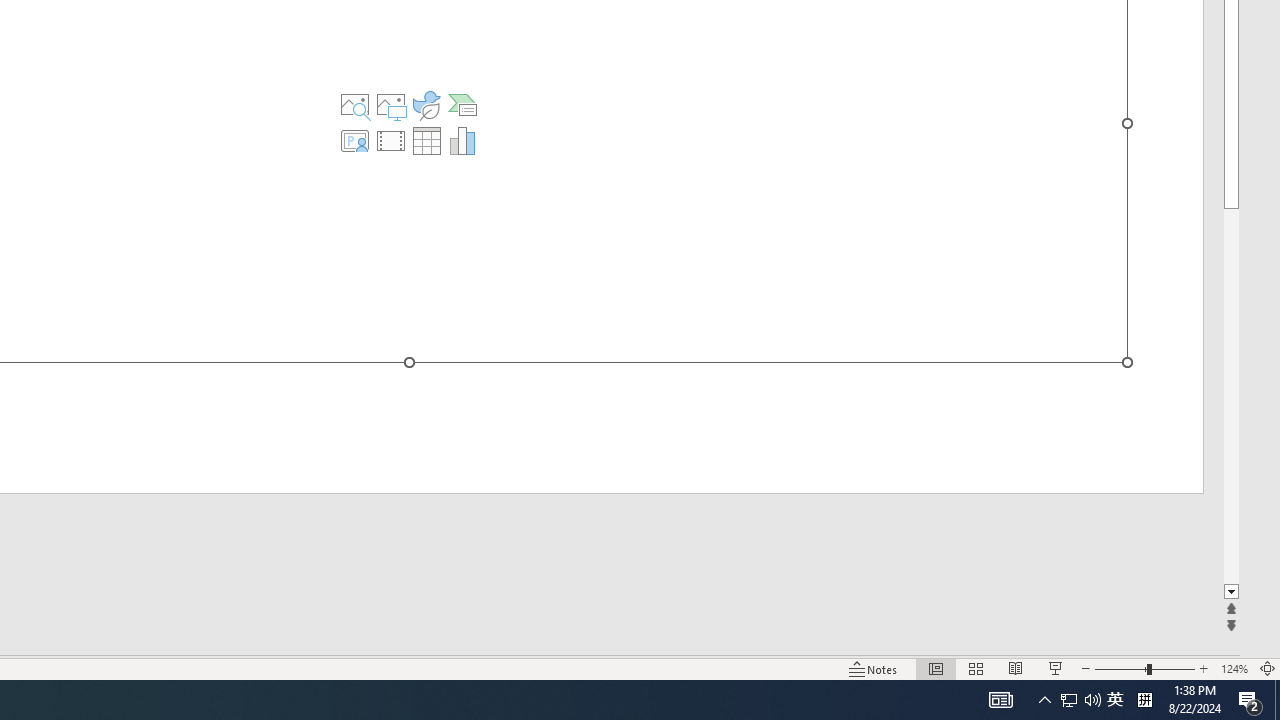 This screenshot has width=1280, height=720. Describe the element at coordinates (355, 140) in the screenshot. I see `'Insert Cameo'` at that location.